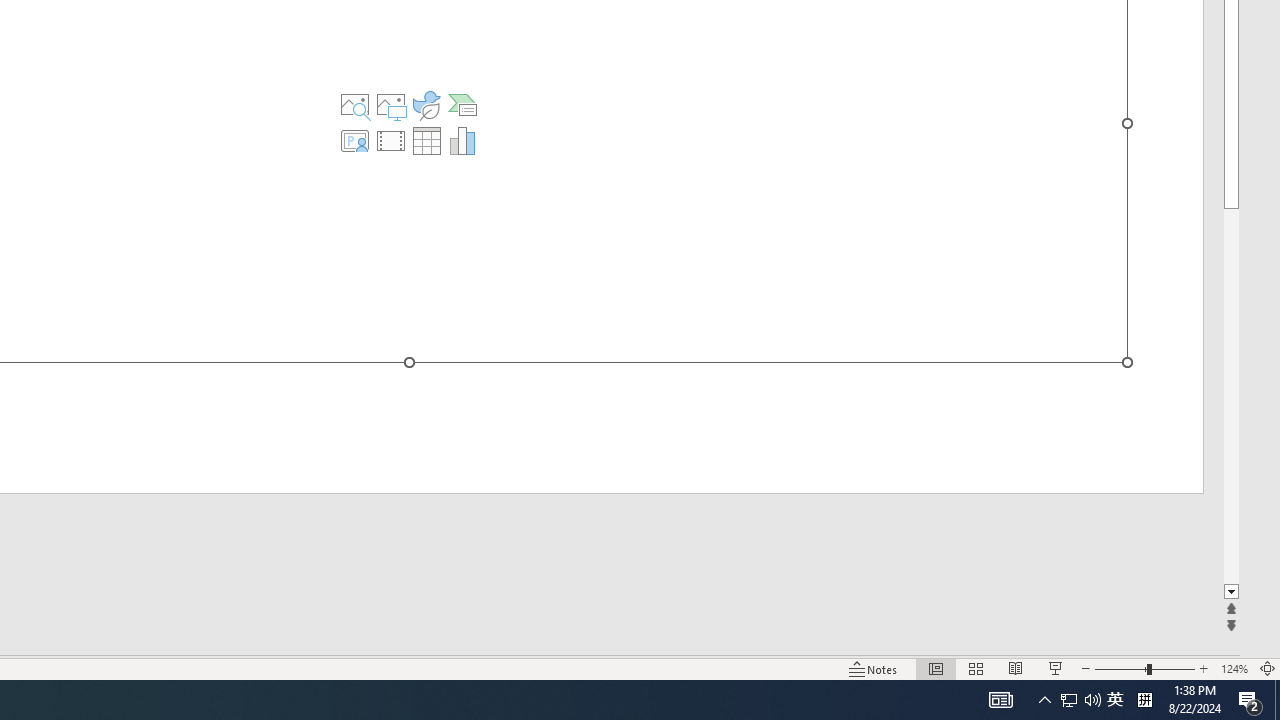 This screenshot has width=1280, height=720. Describe the element at coordinates (355, 140) in the screenshot. I see `'Insert Cameo'` at that location.